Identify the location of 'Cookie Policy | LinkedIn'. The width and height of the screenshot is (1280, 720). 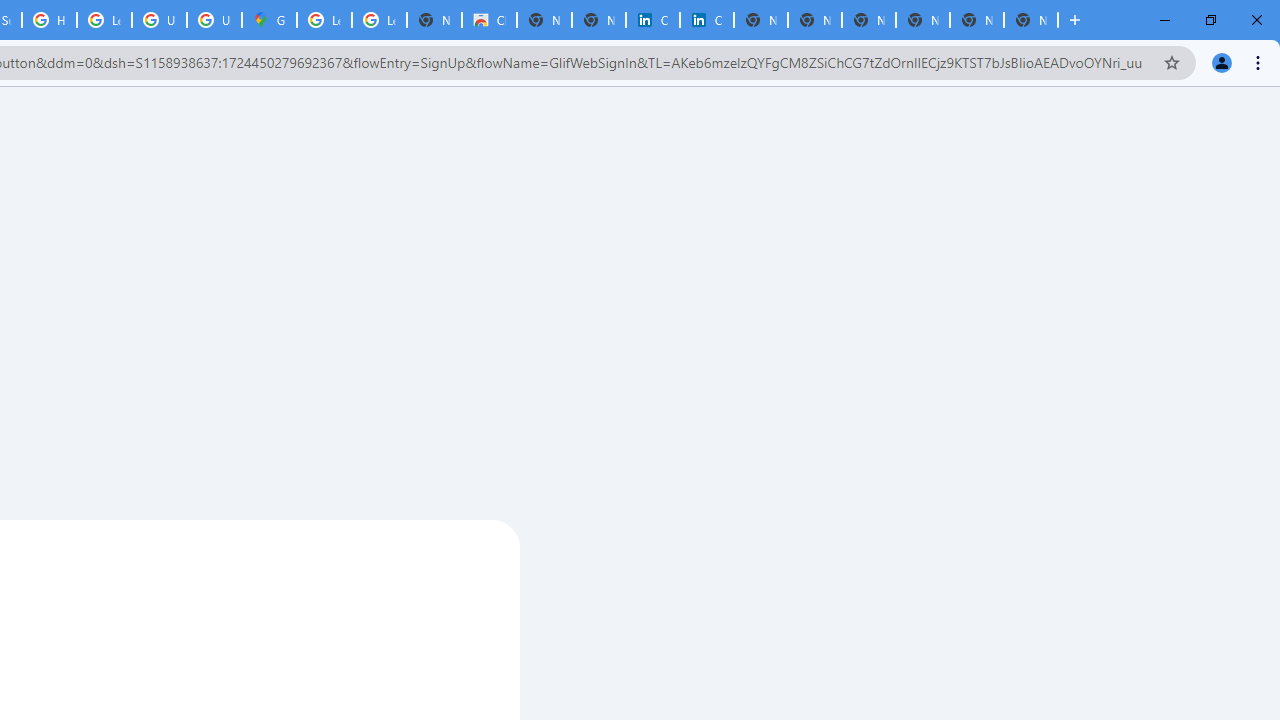
(652, 20).